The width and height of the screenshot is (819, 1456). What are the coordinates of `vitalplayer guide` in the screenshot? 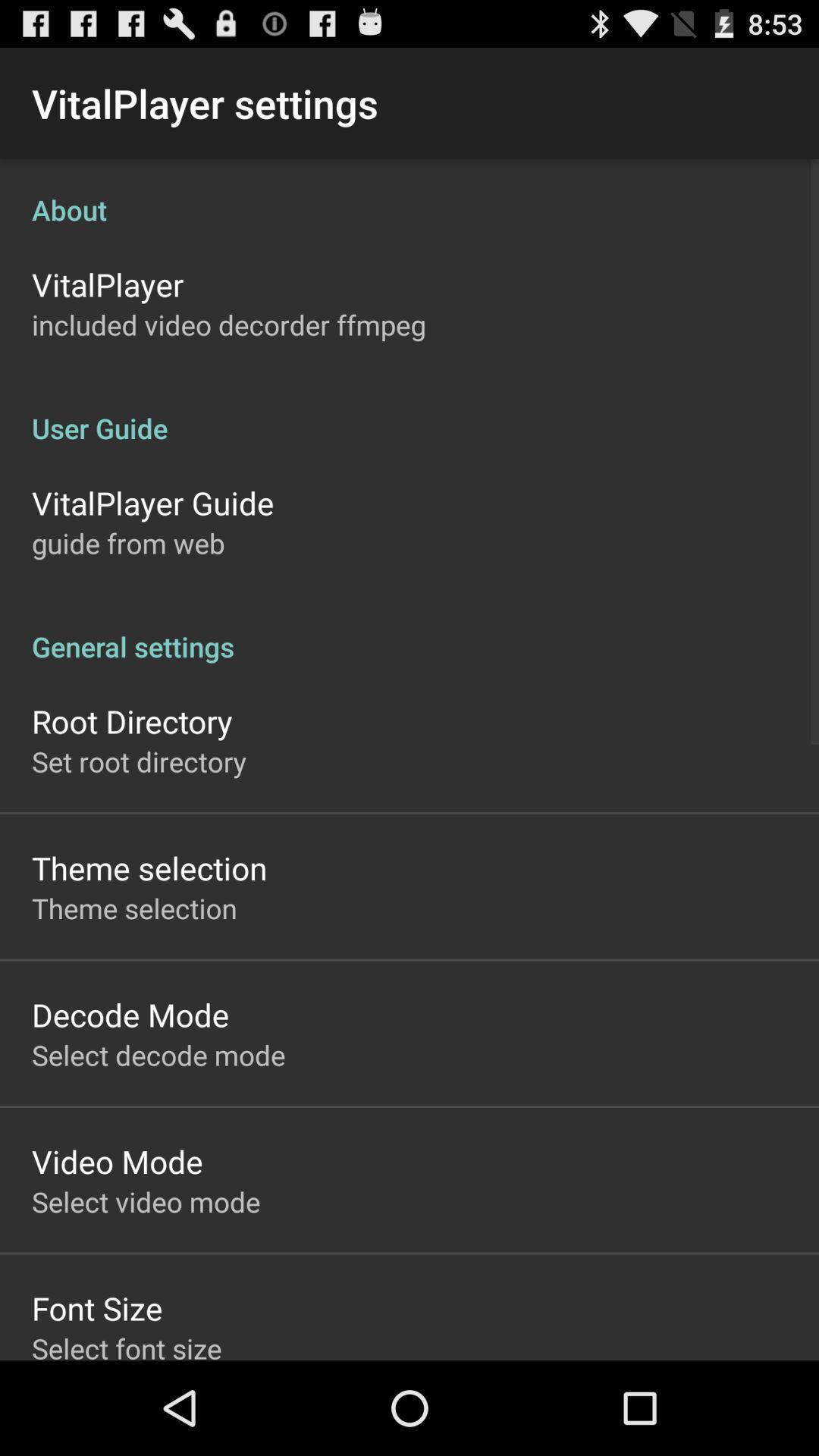 It's located at (152, 502).